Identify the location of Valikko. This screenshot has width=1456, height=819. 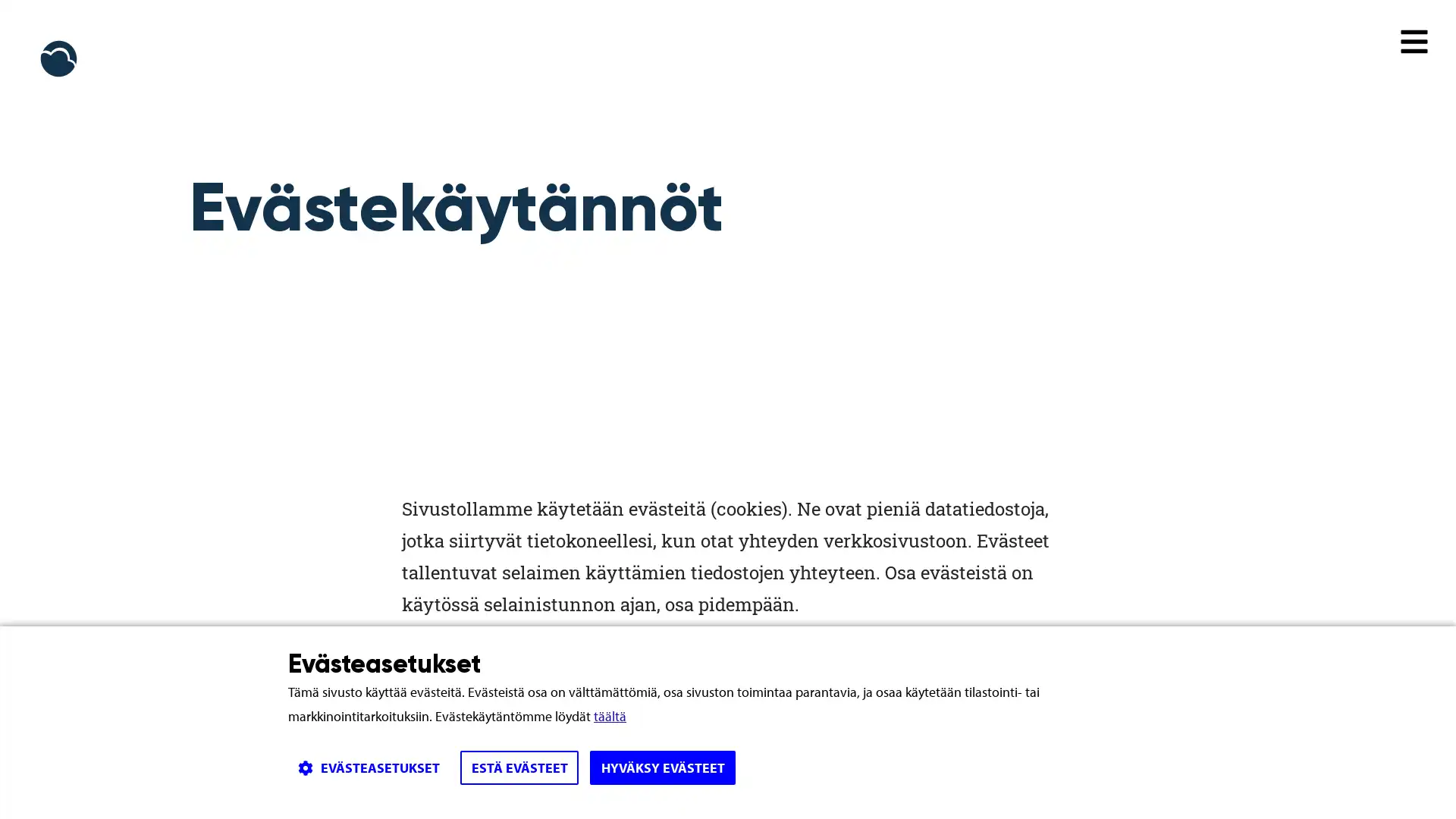
(1414, 40).